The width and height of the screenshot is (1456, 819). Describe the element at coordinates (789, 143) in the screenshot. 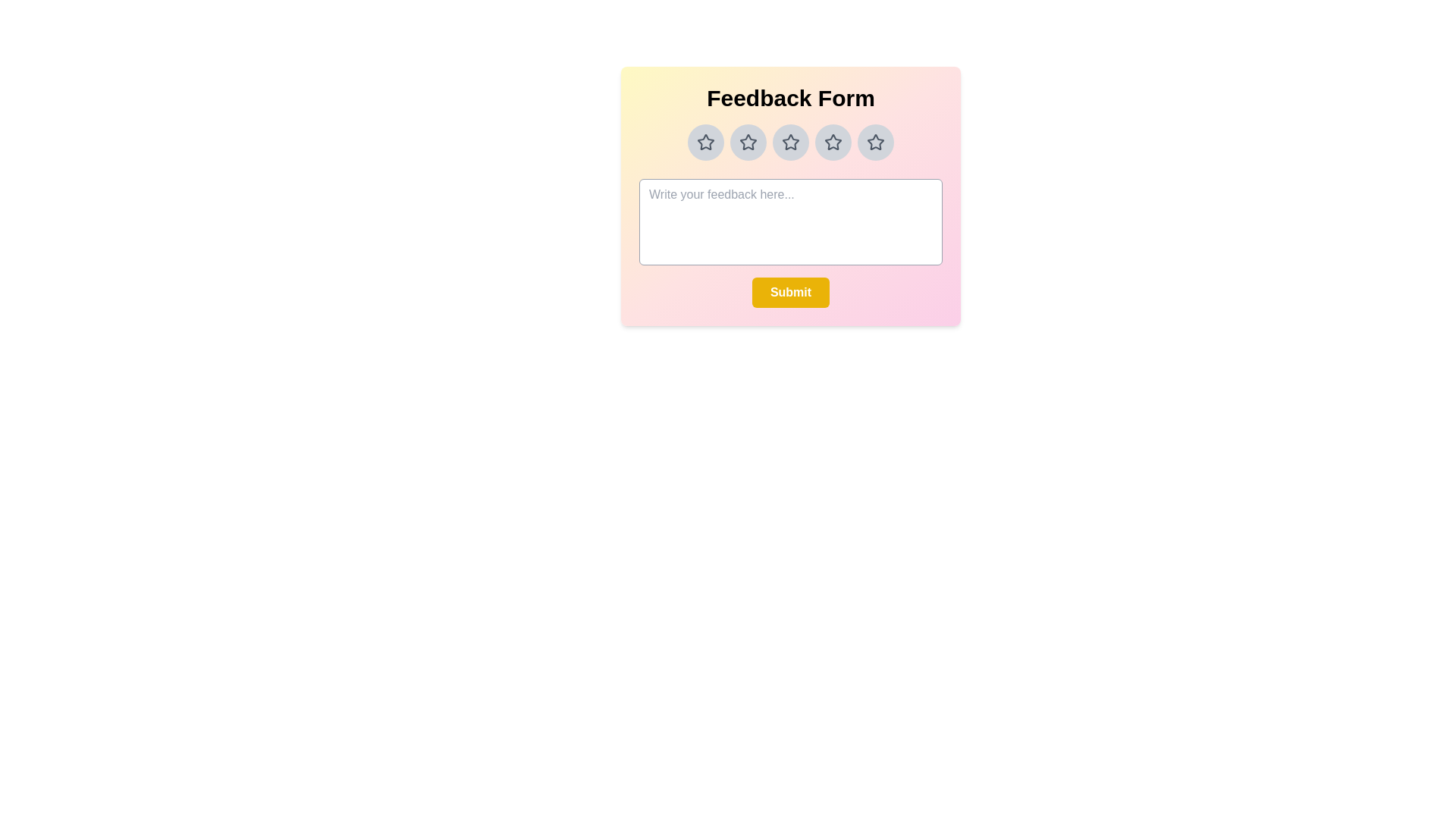

I see `the star rating to 3 by clicking on the corresponding star button` at that location.